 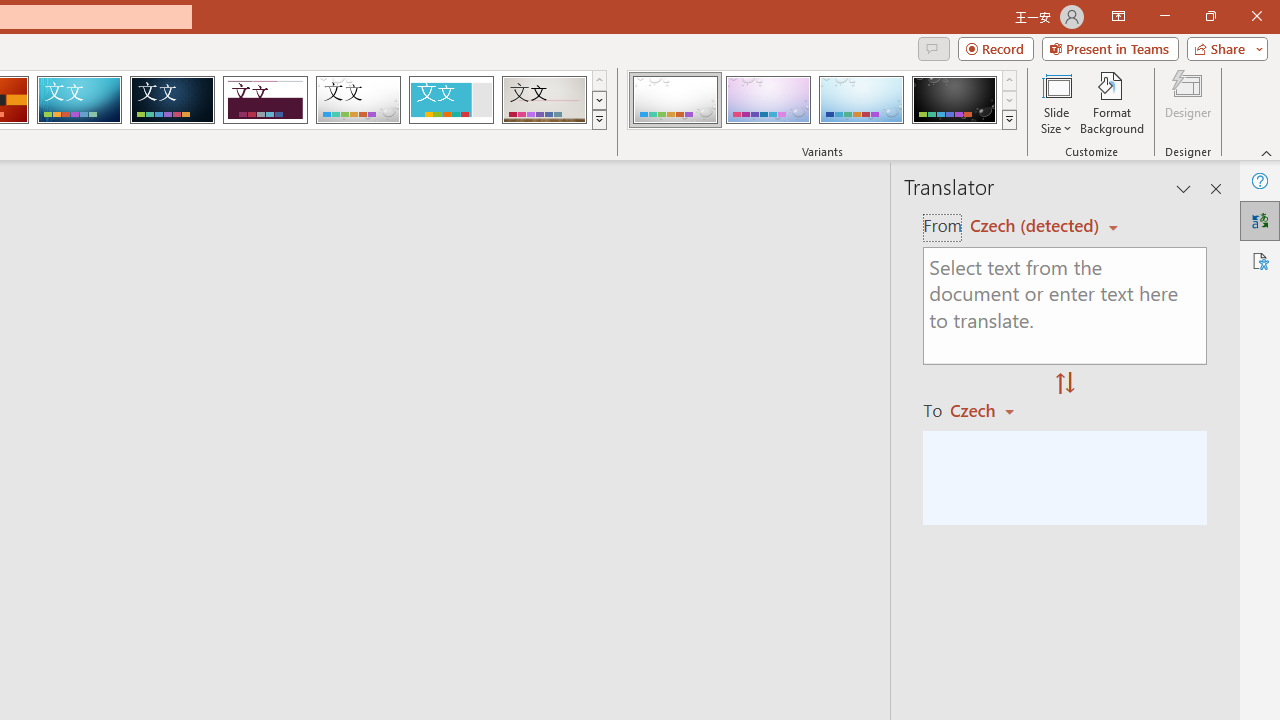 What do you see at coordinates (675, 100) in the screenshot?
I see `'Droplet Variant 1'` at bounding box center [675, 100].